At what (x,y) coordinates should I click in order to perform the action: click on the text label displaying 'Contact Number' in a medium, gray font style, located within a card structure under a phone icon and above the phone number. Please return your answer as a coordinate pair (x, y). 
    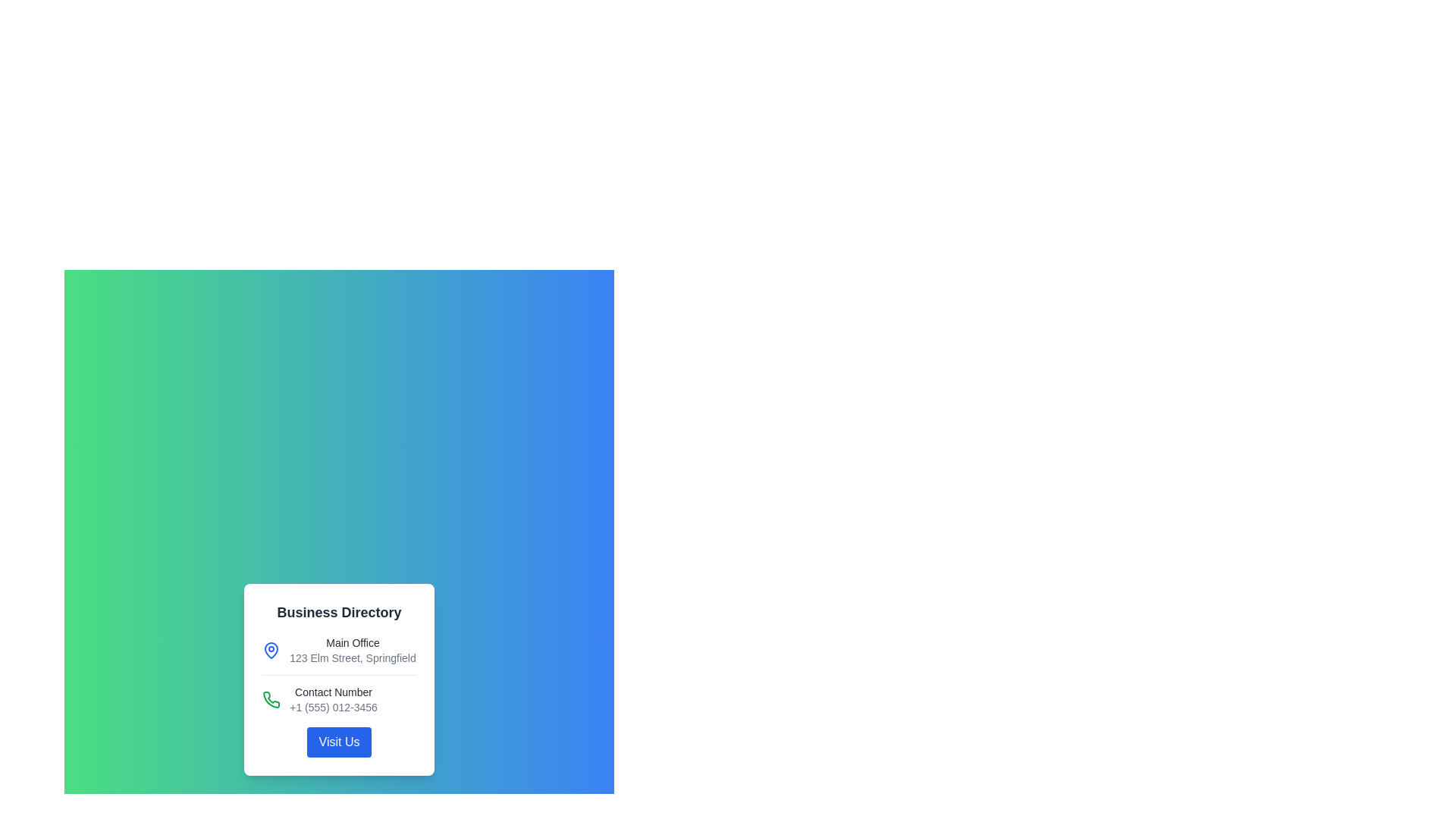
    Looking at the image, I should click on (333, 692).